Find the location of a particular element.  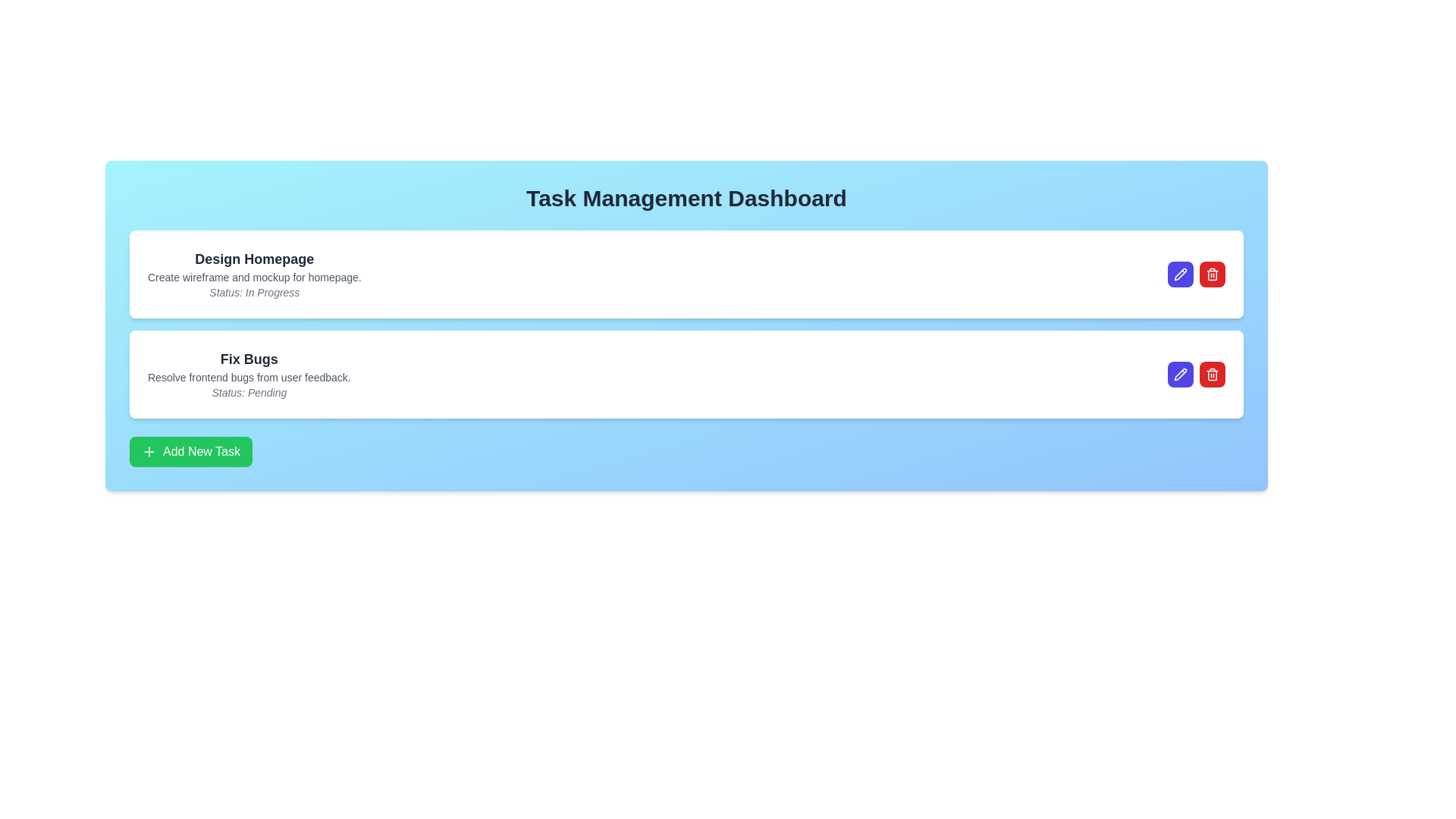

the red delete button with a trash bin icon located to the right of the blue edit button in the task list grid is located at coordinates (1211, 275).